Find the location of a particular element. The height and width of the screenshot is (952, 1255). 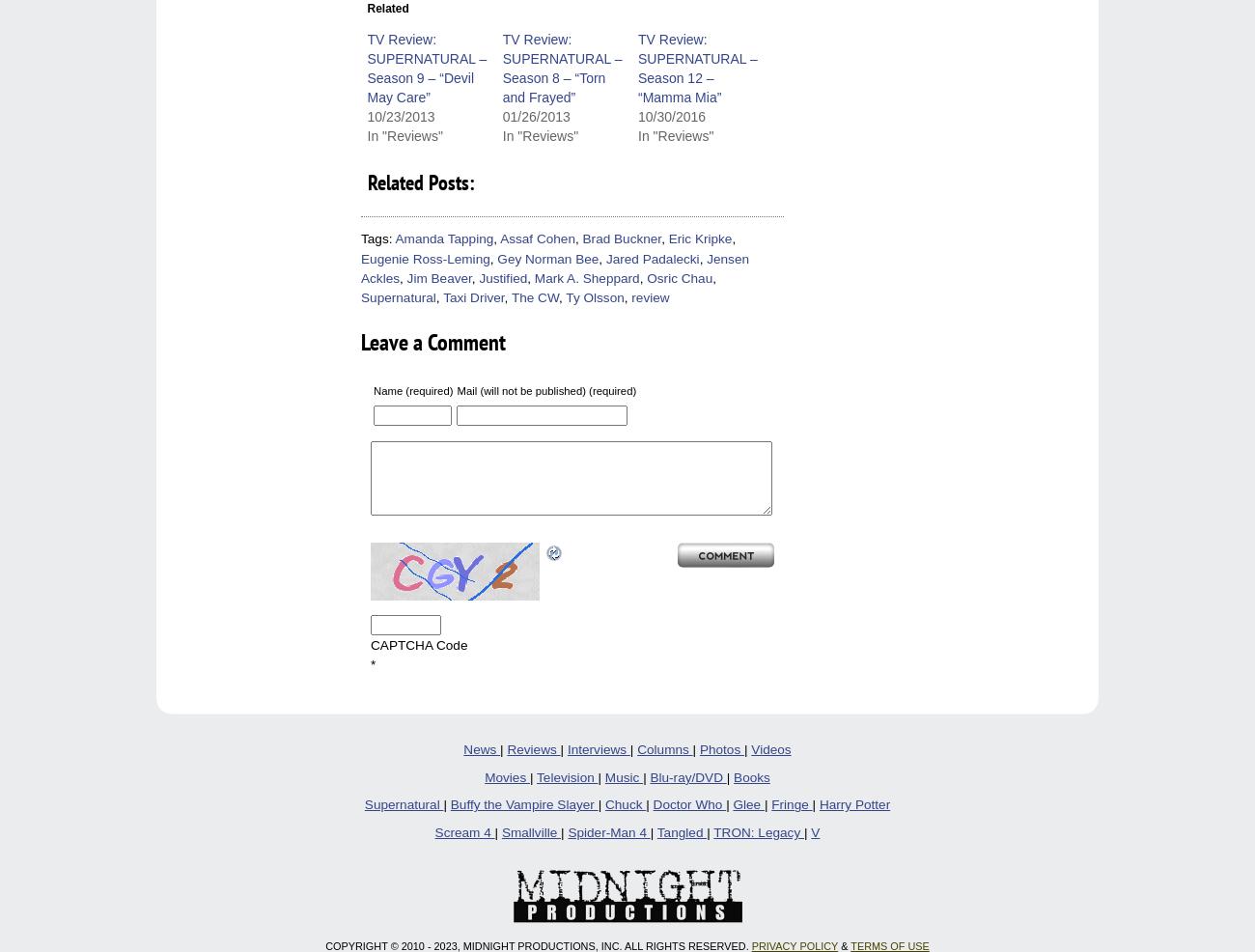

'review' is located at coordinates (649, 297).